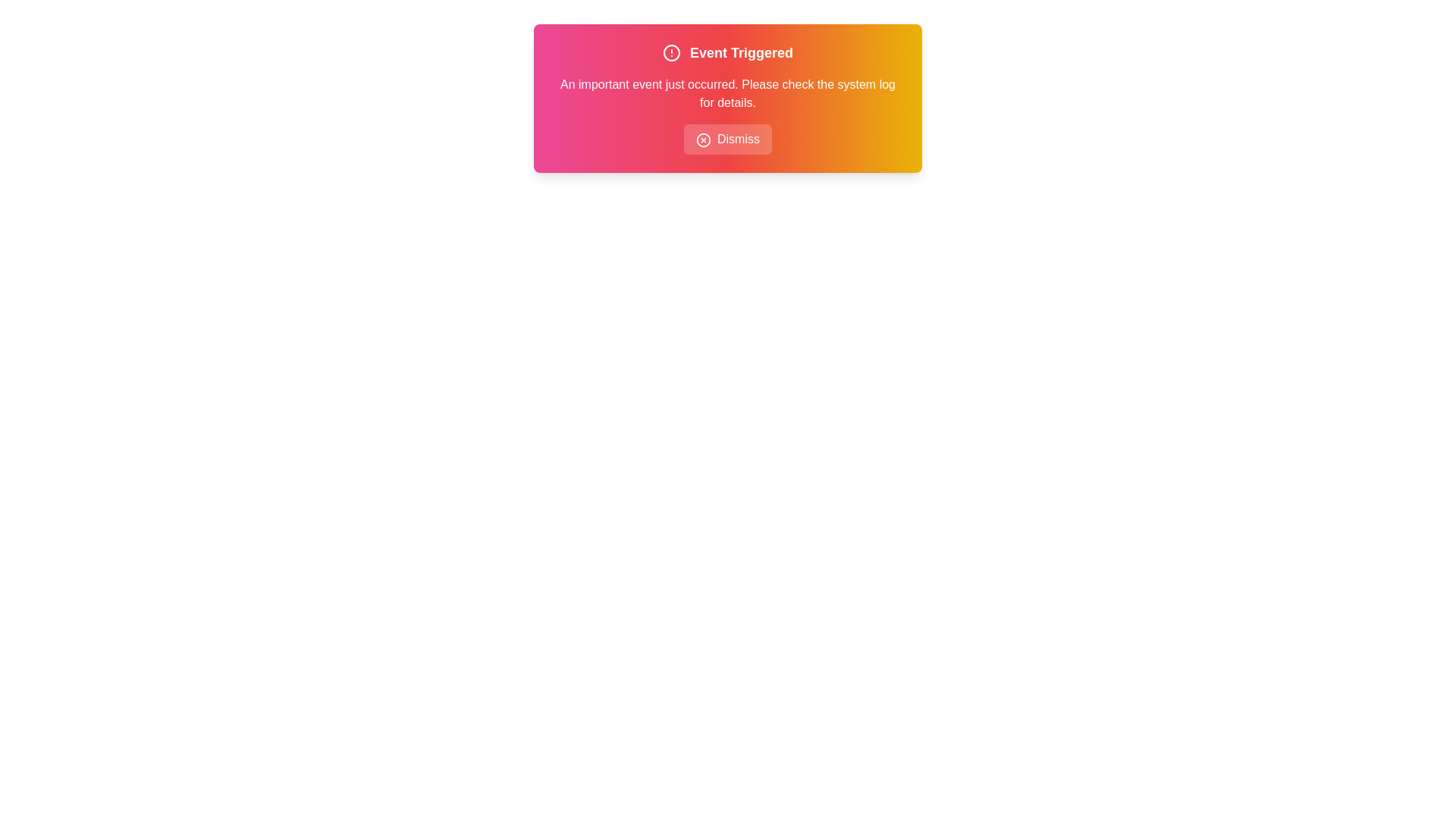 Image resolution: width=1456 pixels, height=819 pixels. Describe the element at coordinates (742, 52) in the screenshot. I see `the bold text label stating 'Event Triggered' that is positioned at the top of a notification-like UI component with a vibrant gradient background` at that location.